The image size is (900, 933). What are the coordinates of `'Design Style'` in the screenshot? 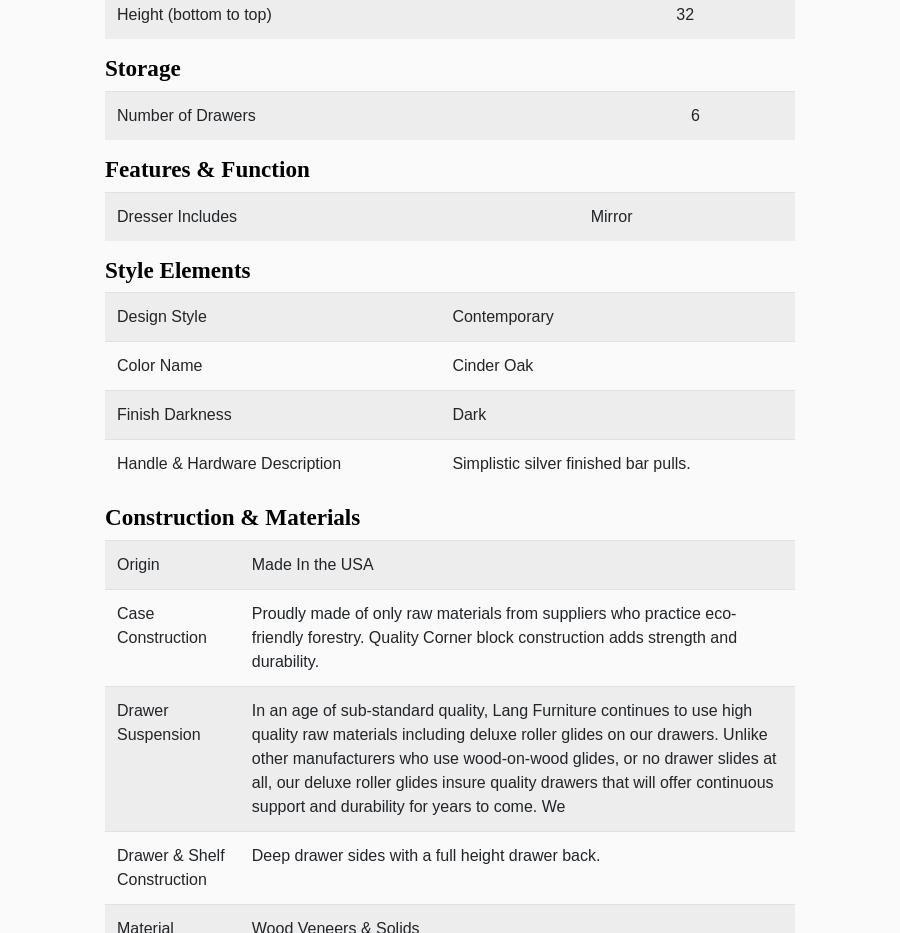 It's located at (161, 315).